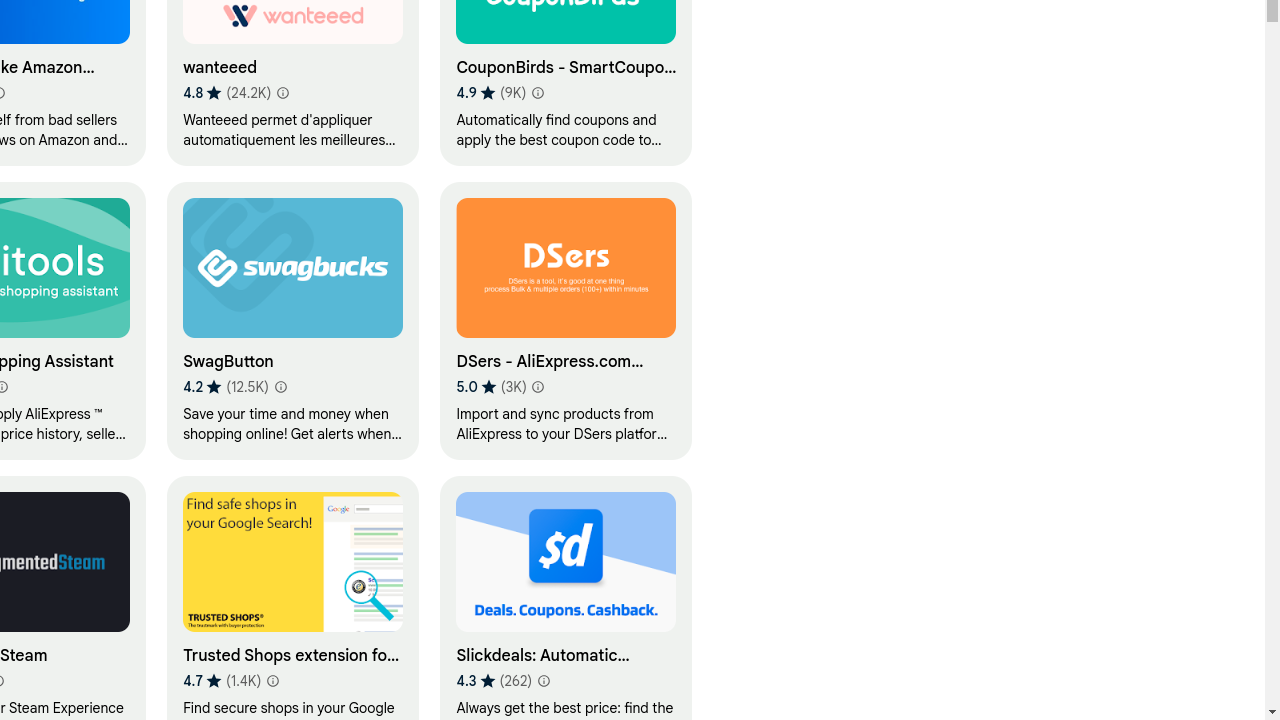 The image size is (1280, 720). I want to click on 'Learn more about results and reviews "DSers - AliExpress.com Product Importer"', so click(537, 387).